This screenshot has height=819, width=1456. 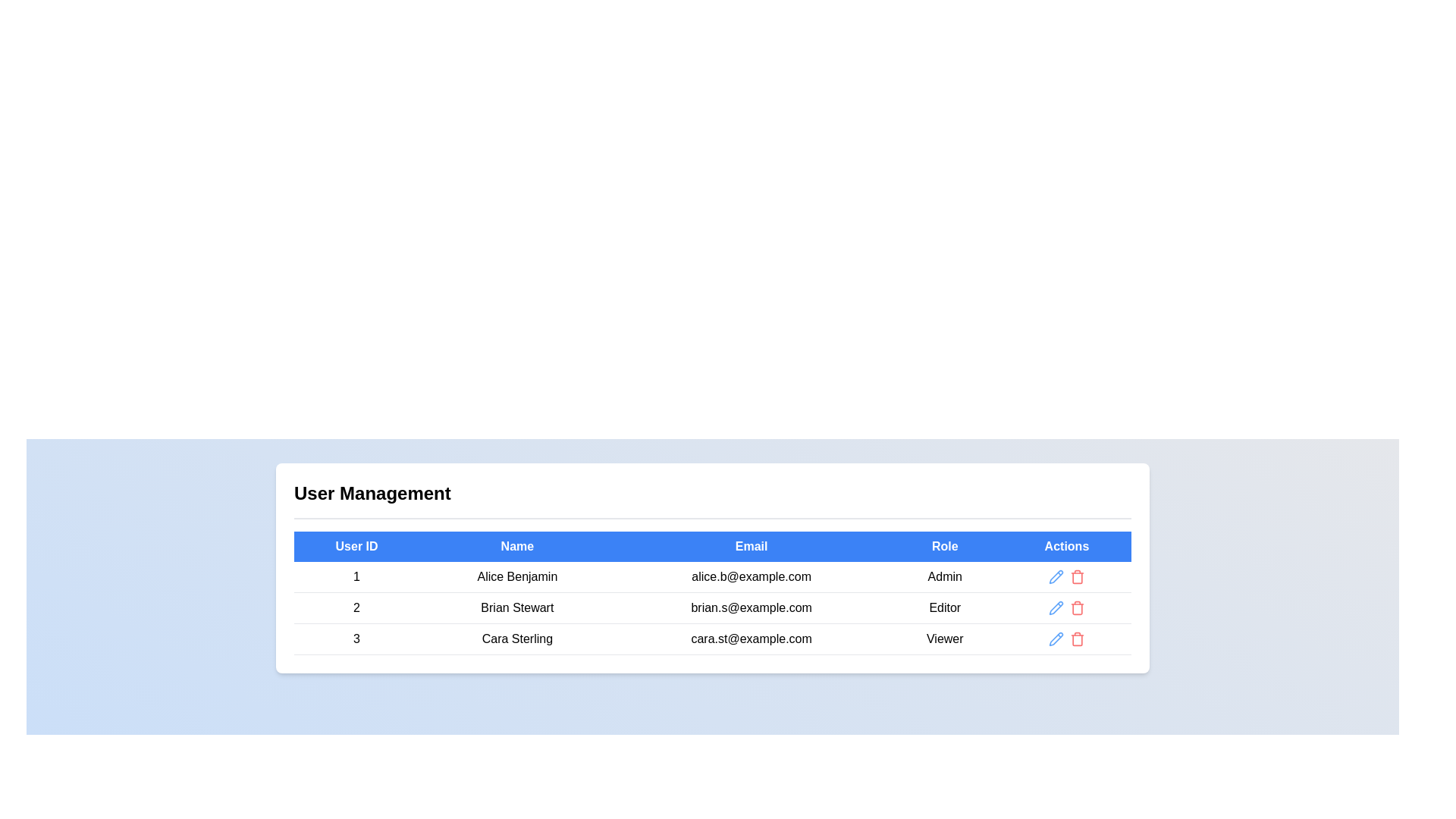 What do you see at coordinates (752, 607) in the screenshot?
I see `the static text element displaying the email address of the user 'Brian Stewart' in the User Management table, located in the third cell of the second row` at bounding box center [752, 607].